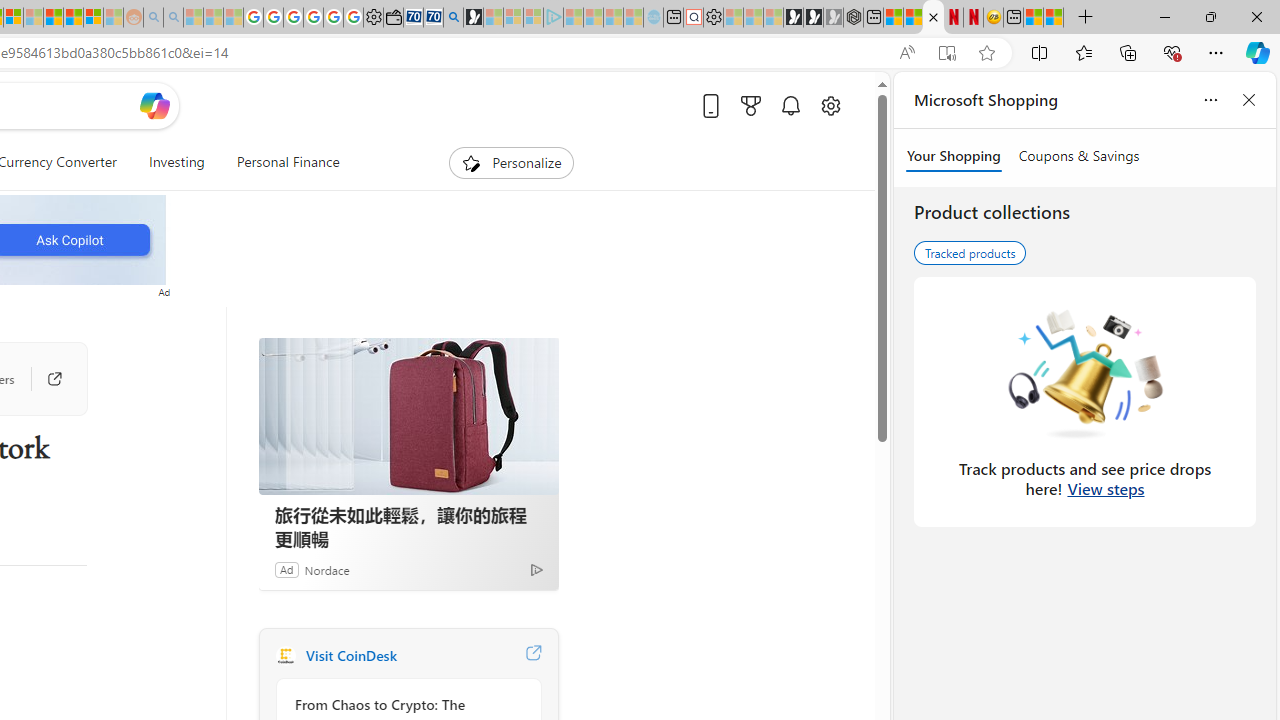  I want to click on 'Wildlife - MSN', so click(1033, 17).